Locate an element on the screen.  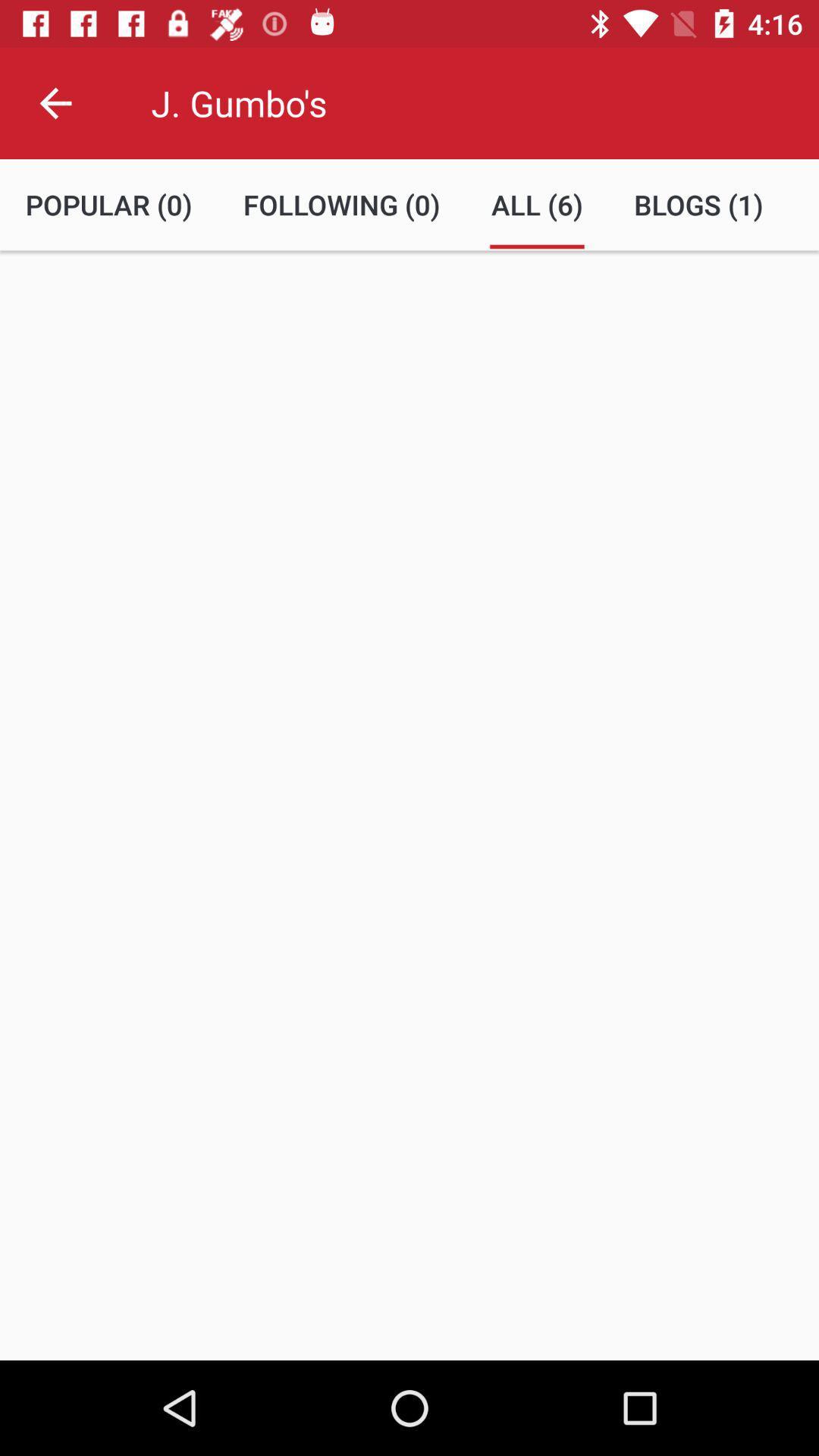
icon above popular (0) icon is located at coordinates (55, 102).